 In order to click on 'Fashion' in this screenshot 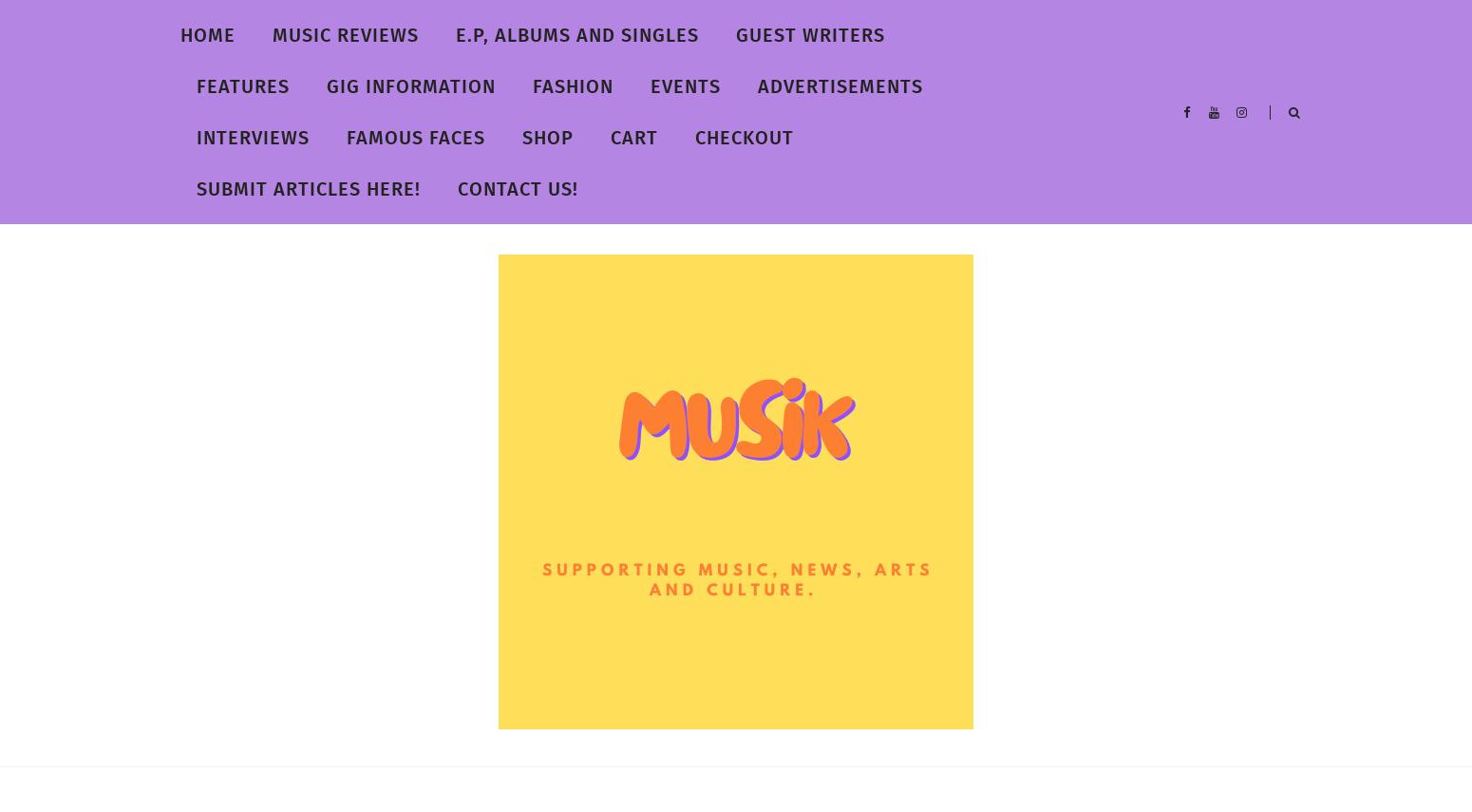, I will do `click(573, 85)`.